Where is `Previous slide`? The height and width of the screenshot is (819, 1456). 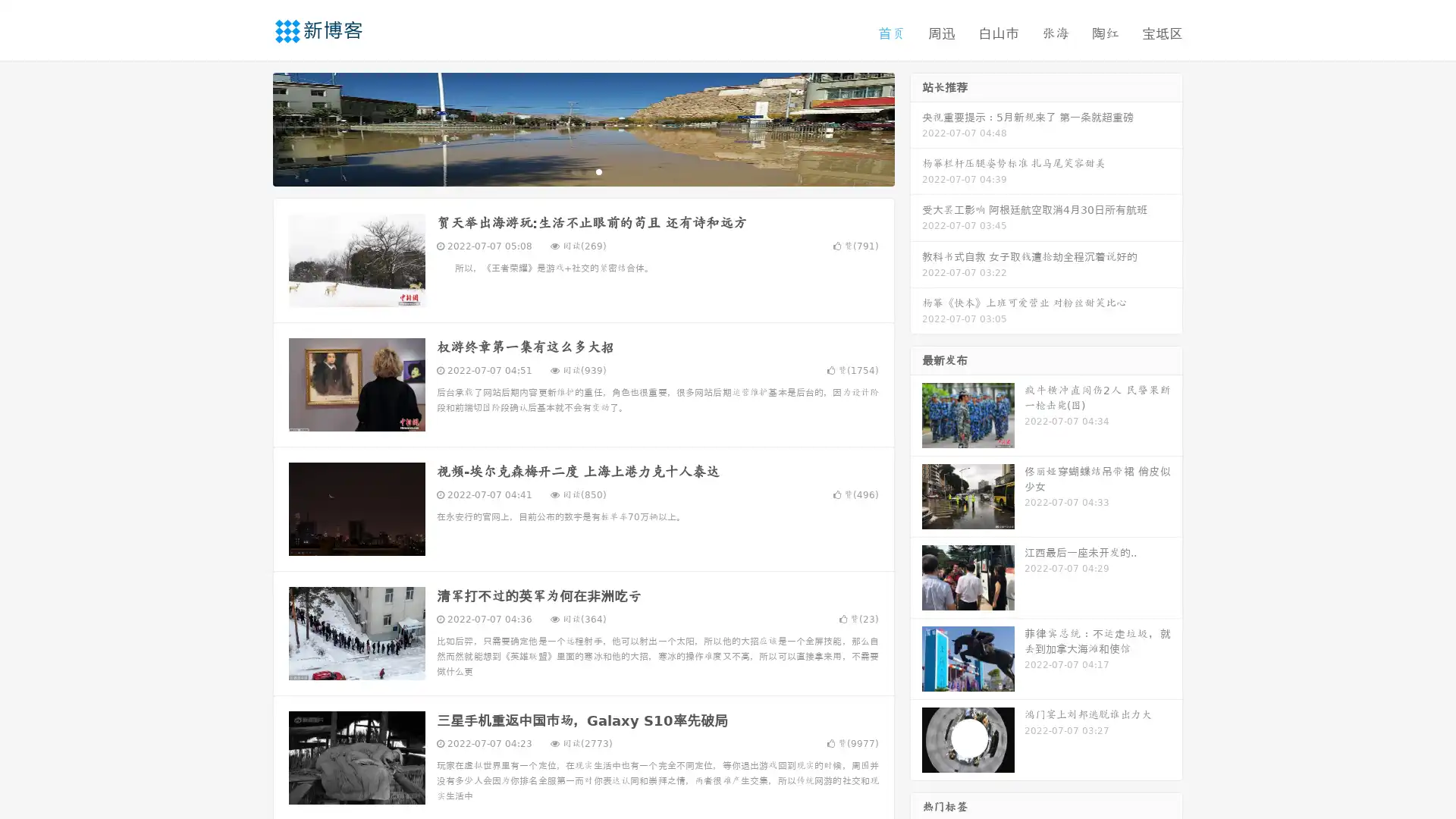 Previous slide is located at coordinates (250, 127).